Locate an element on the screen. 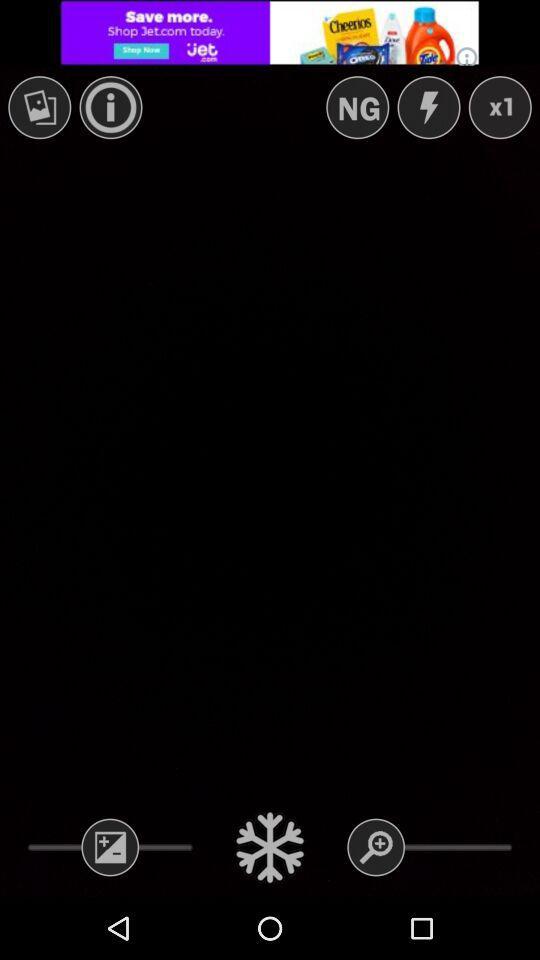  advertisement is located at coordinates (270, 31).